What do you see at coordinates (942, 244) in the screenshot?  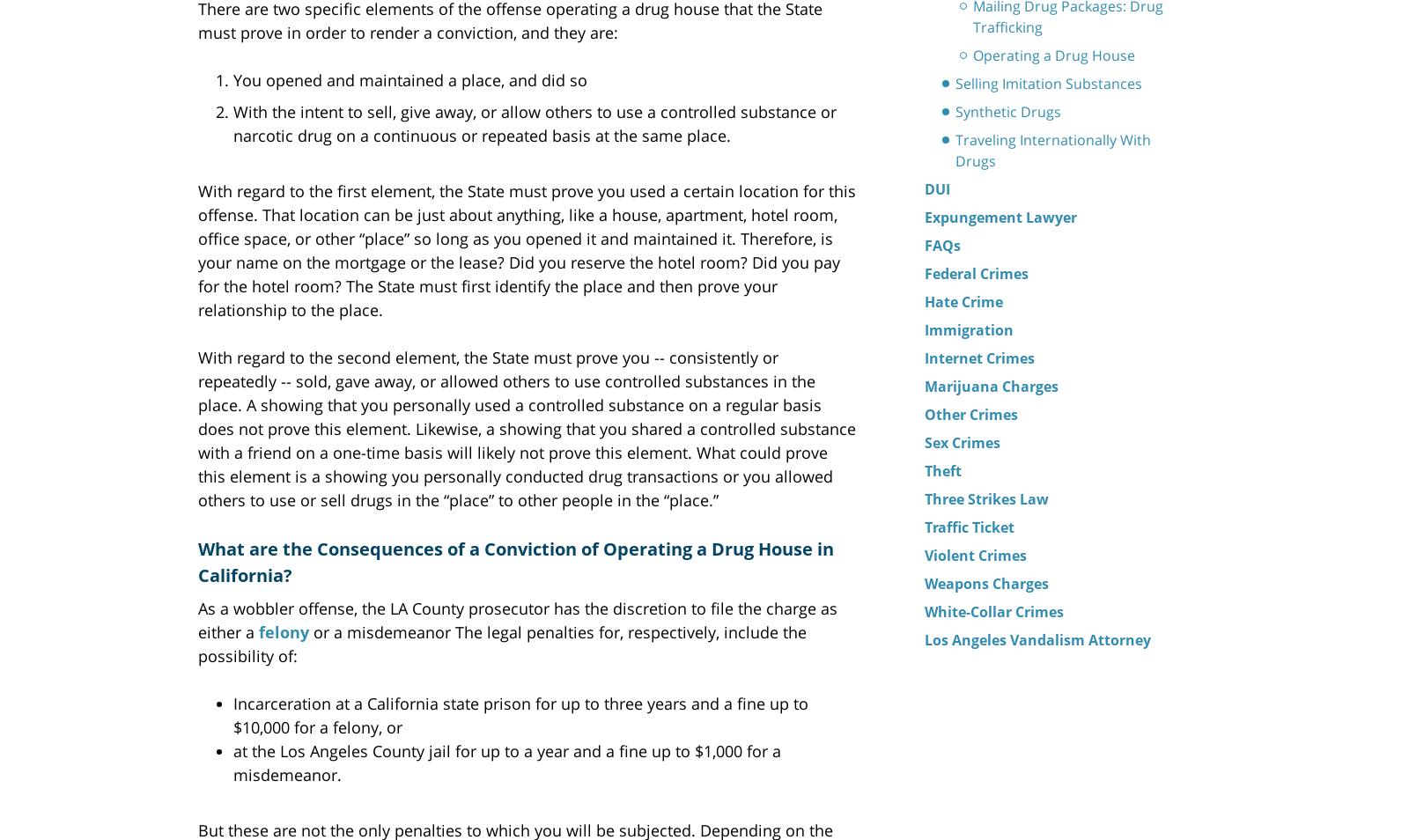 I see `'FAQs'` at bounding box center [942, 244].